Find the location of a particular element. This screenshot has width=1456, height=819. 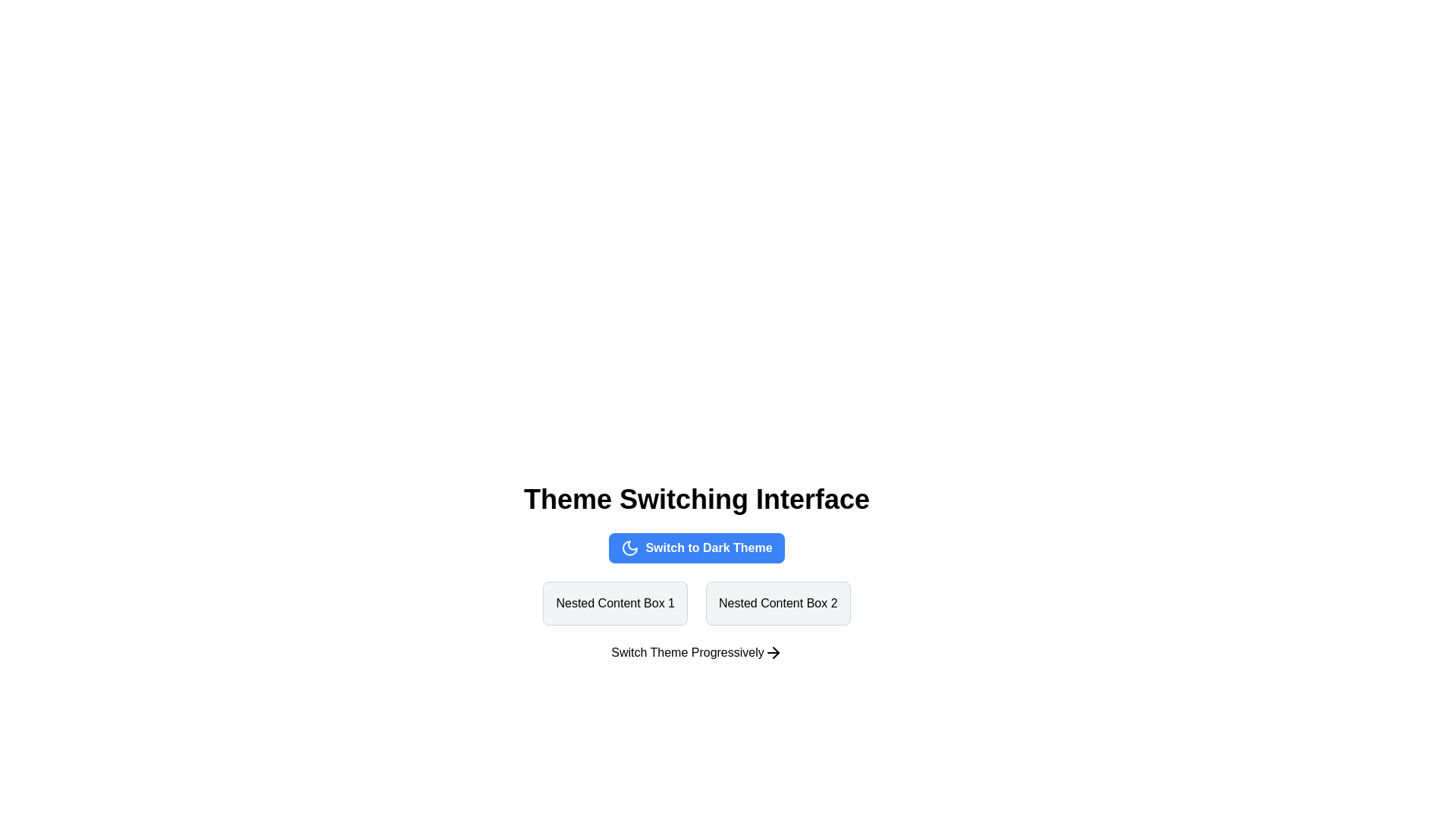

the theme switching button located below the 'Theme Switching Interface' heading for accessibility interactions is located at coordinates (695, 548).